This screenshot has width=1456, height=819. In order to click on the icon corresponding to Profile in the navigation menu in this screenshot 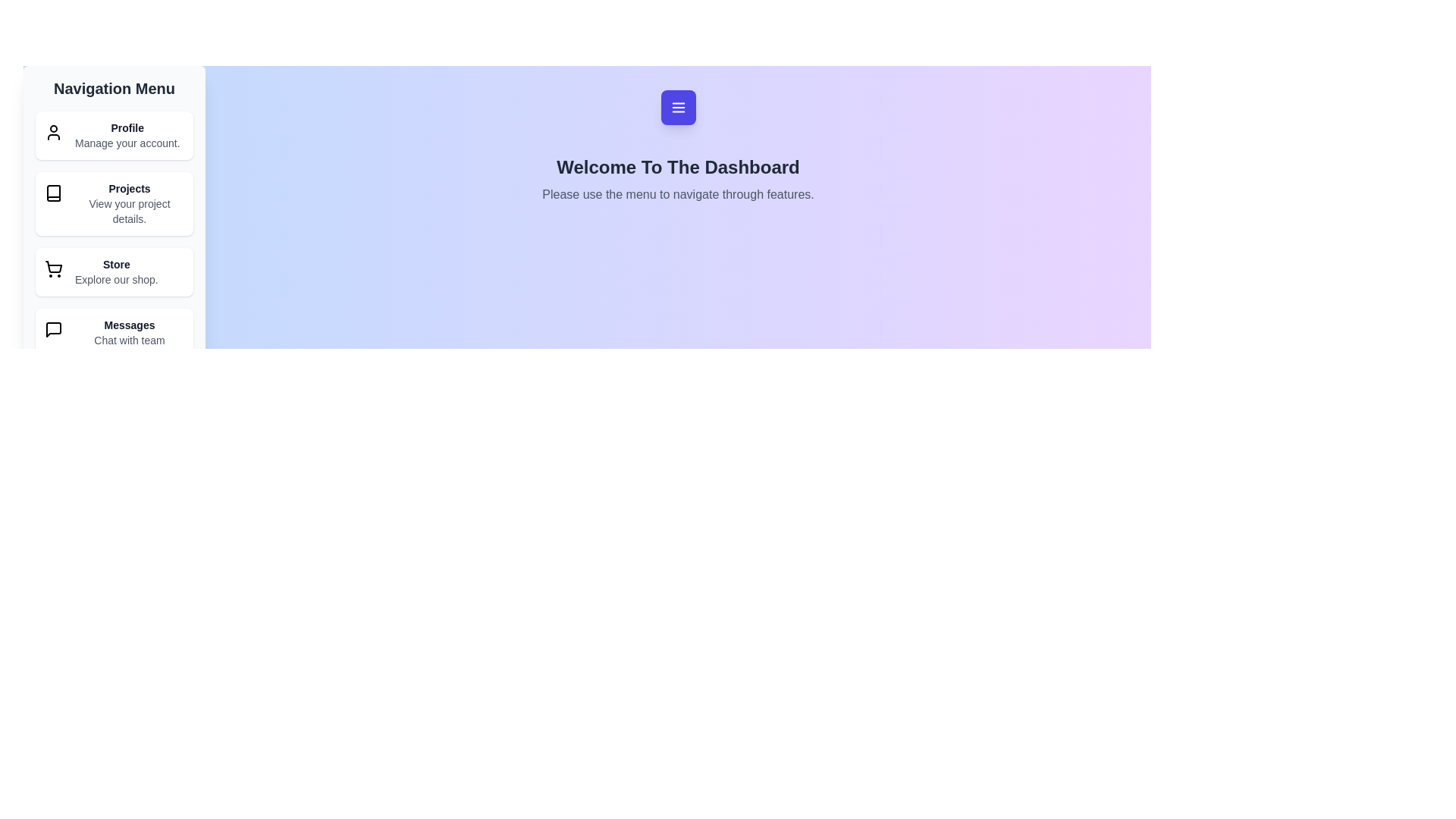, I will do `click(54, 131)`.